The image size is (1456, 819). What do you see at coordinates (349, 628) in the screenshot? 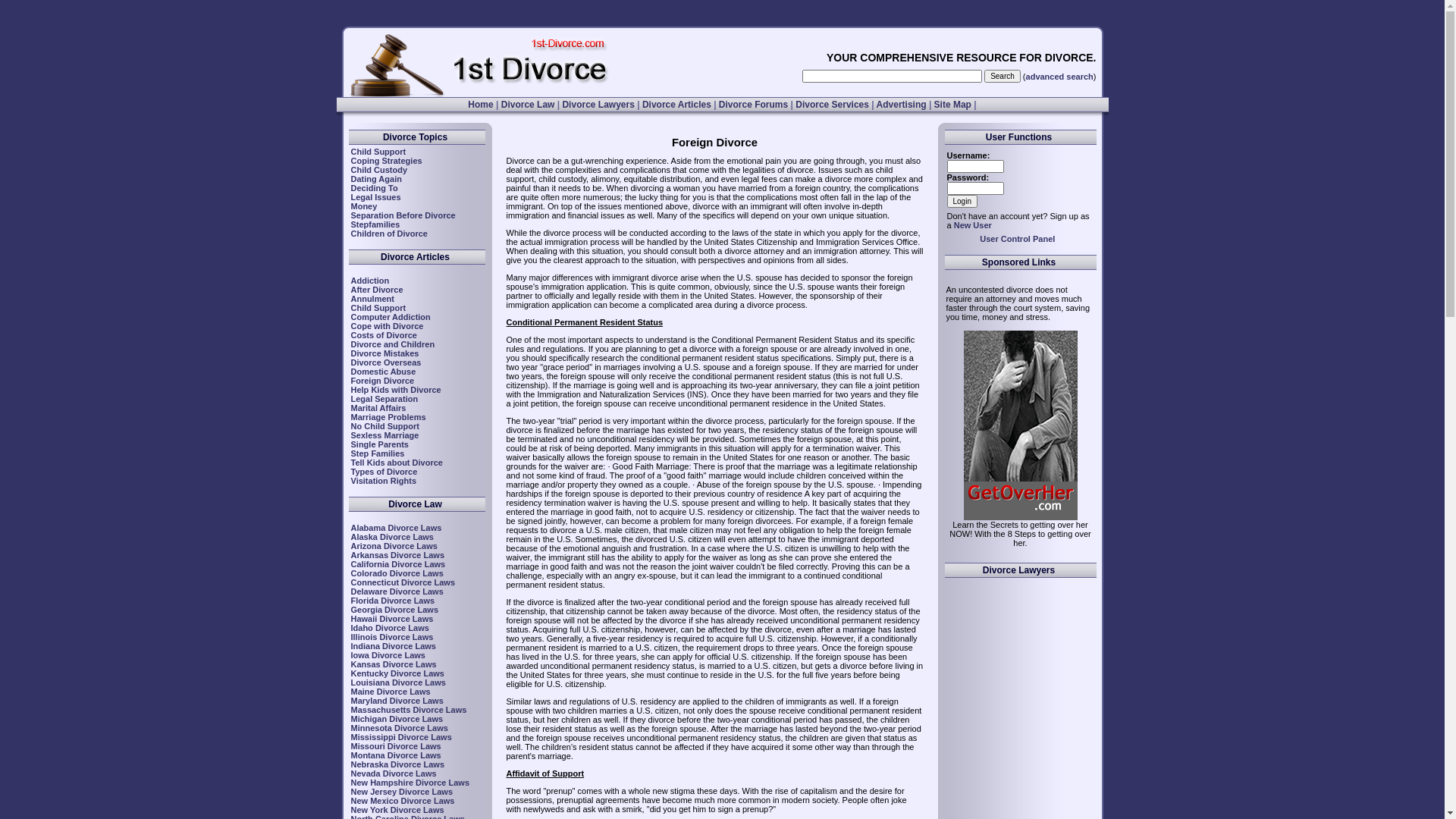
I see `'Idaho Divorce Laws'` at bounding box center [349, 628].